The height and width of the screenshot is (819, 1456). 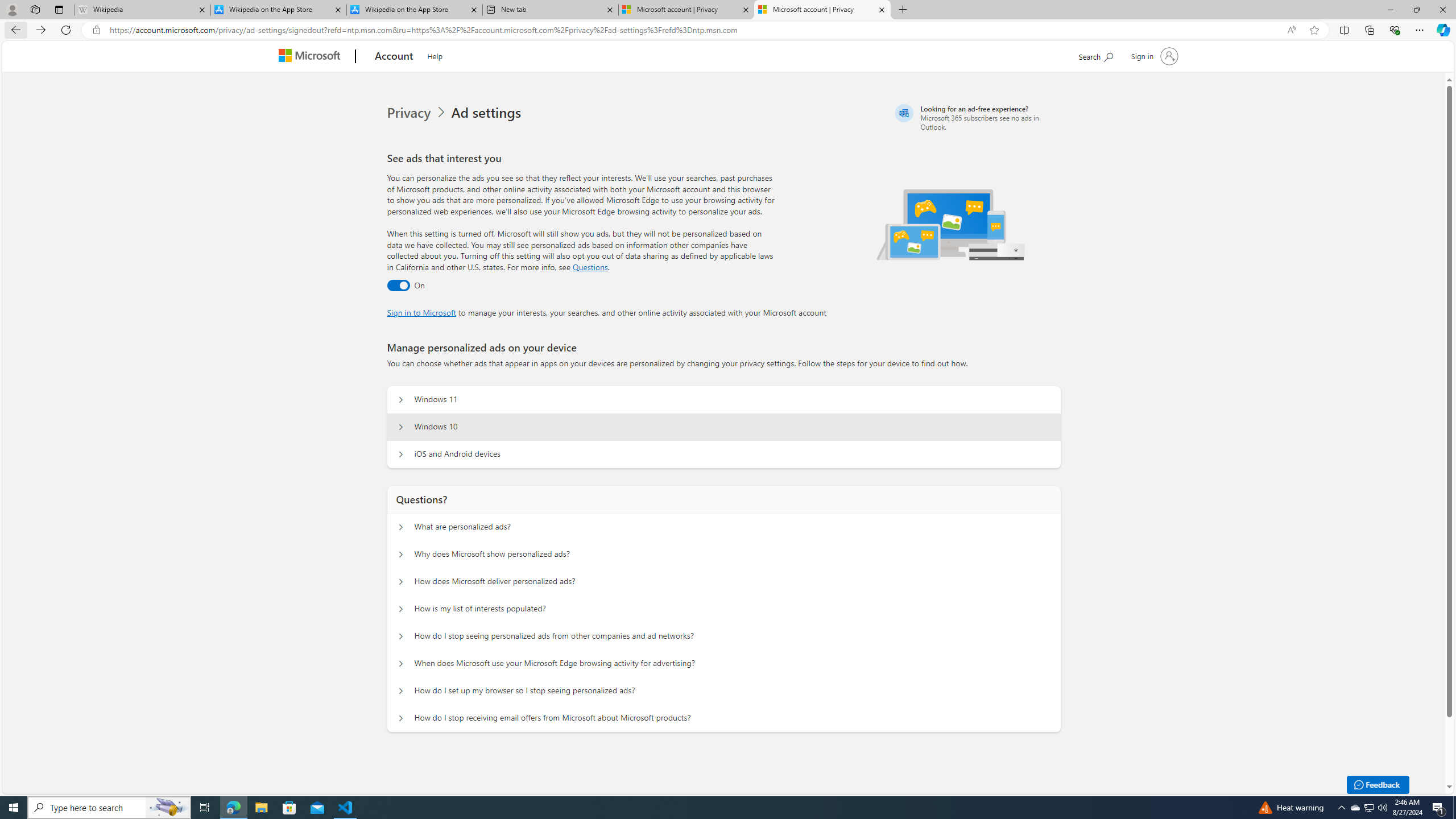 What do you see at coordinates (97, 30) in the screenshot?
I see `'View site information'` at bounding box center [97, 30].